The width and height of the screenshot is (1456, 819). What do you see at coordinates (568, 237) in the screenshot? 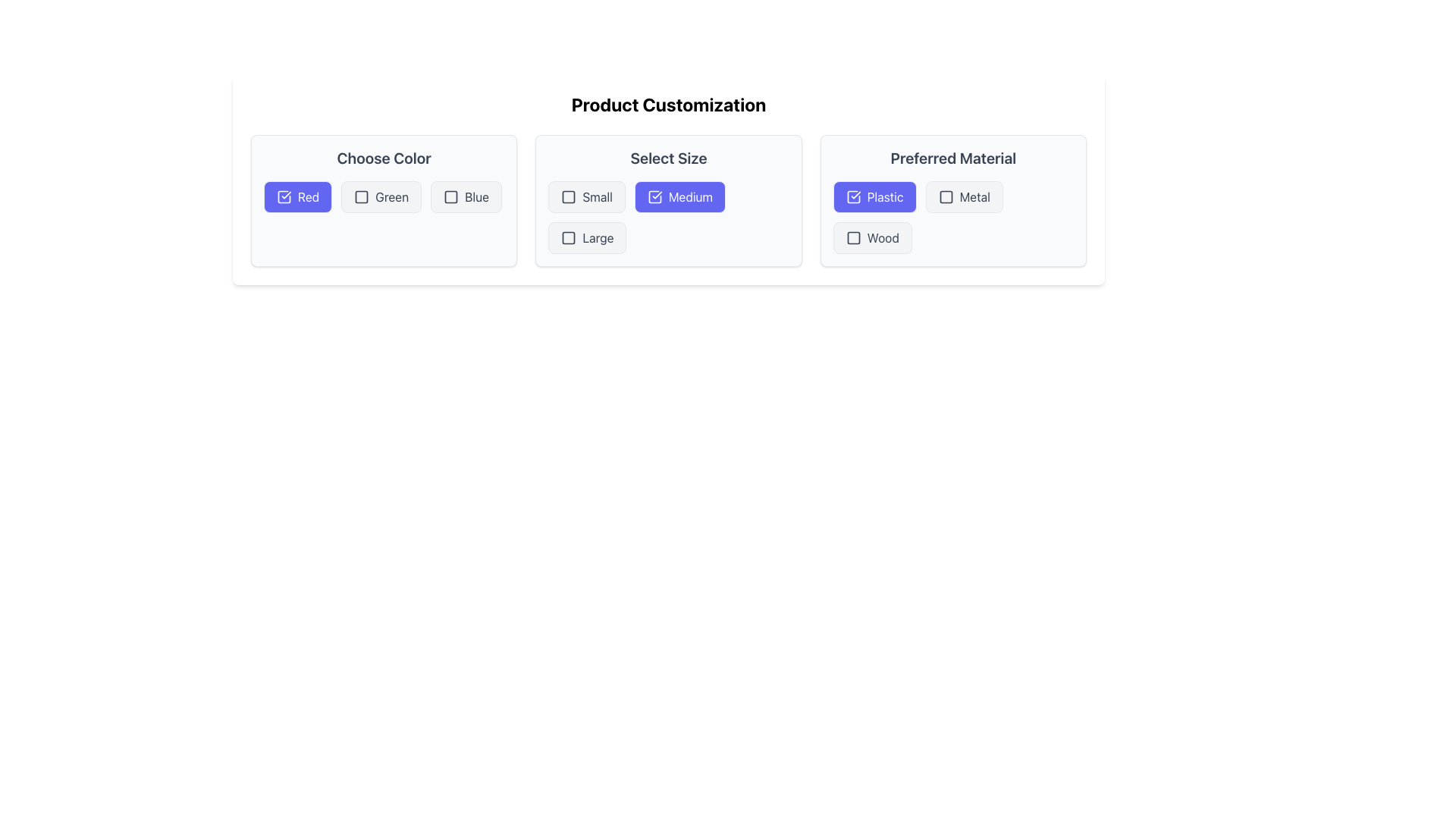
I see `the interactive checkbox for the 'Large' size option located in the 'Select Size' section, positioned to the left of the label text 'Large'` at bounding box center [568, 237].